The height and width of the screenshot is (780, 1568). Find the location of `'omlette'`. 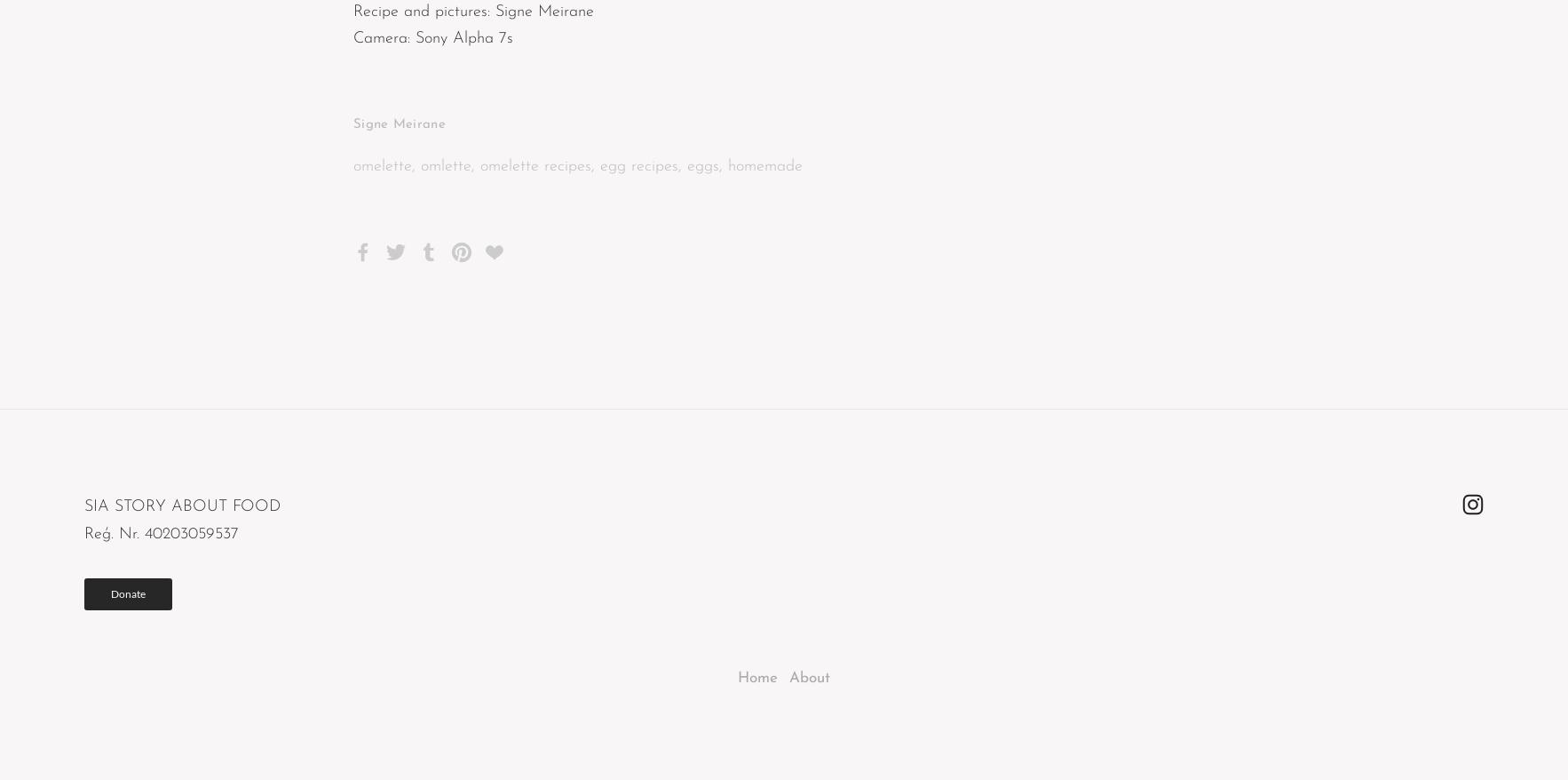

'omlette' is located at coordinates (446, 164).